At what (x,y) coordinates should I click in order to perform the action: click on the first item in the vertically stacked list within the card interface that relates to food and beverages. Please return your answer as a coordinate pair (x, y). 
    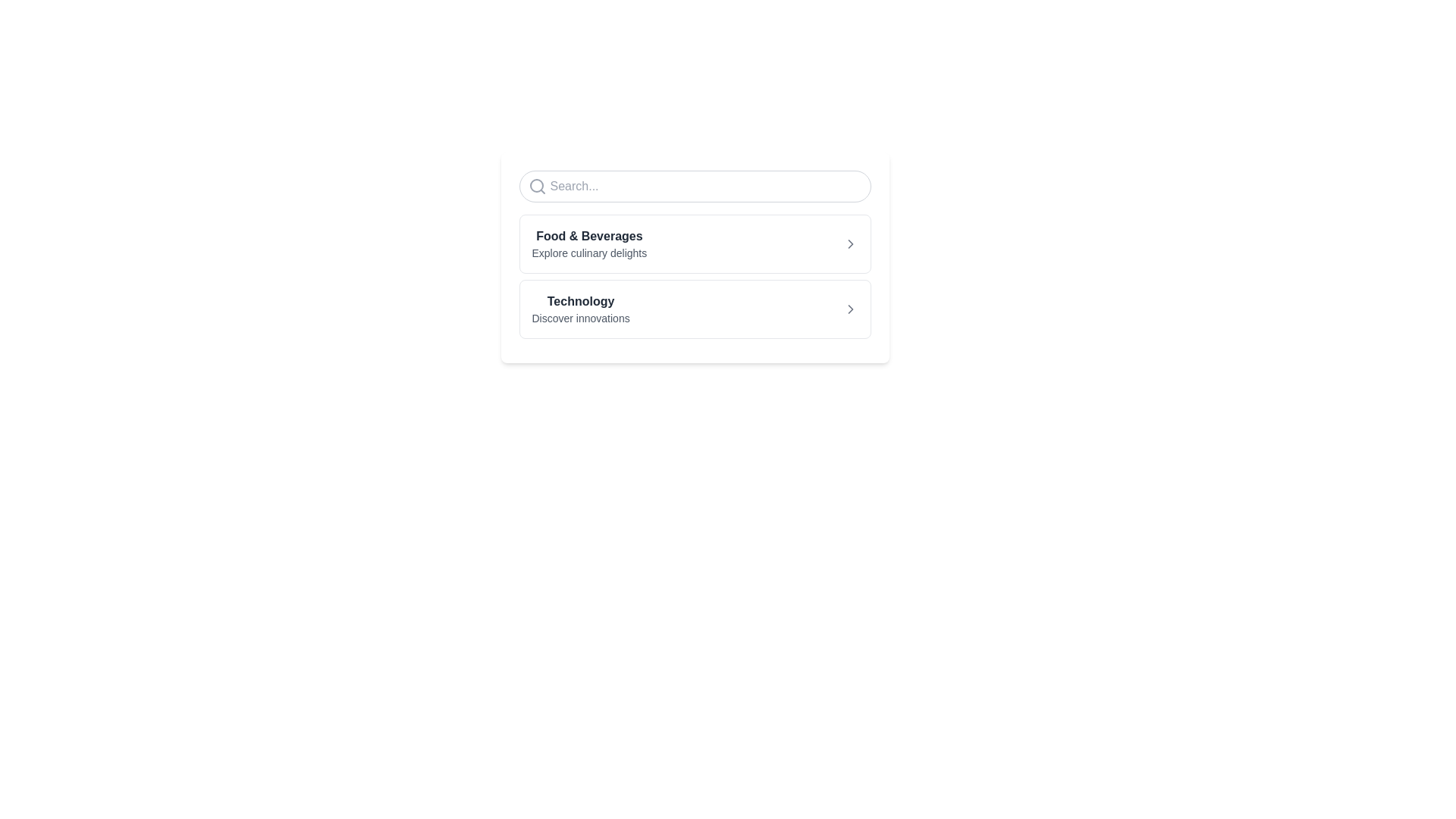
    Looking at the image, I should click on (588, 243).